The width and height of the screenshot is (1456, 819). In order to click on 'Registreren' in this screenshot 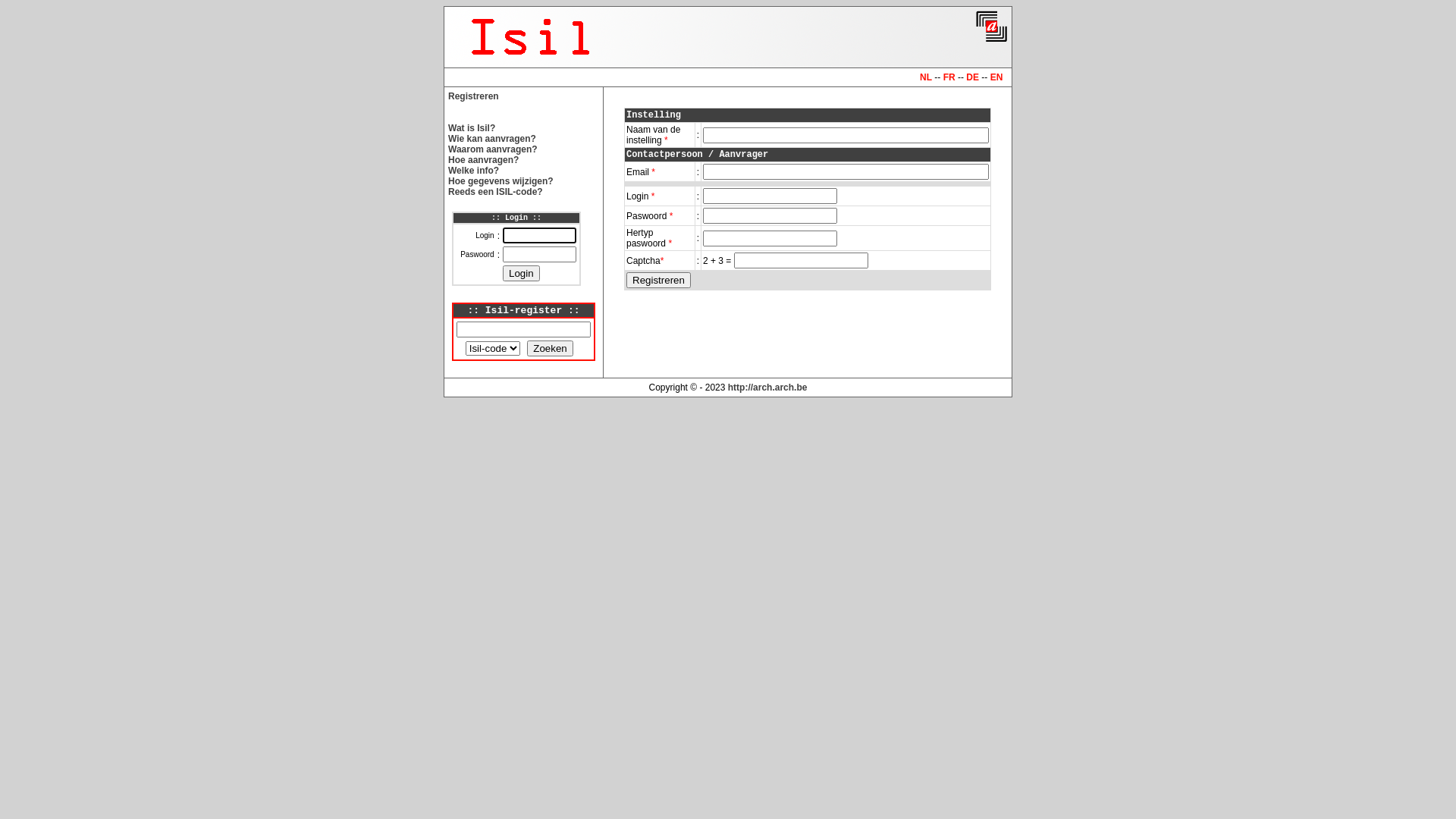, I will do `click(472, 96)`.